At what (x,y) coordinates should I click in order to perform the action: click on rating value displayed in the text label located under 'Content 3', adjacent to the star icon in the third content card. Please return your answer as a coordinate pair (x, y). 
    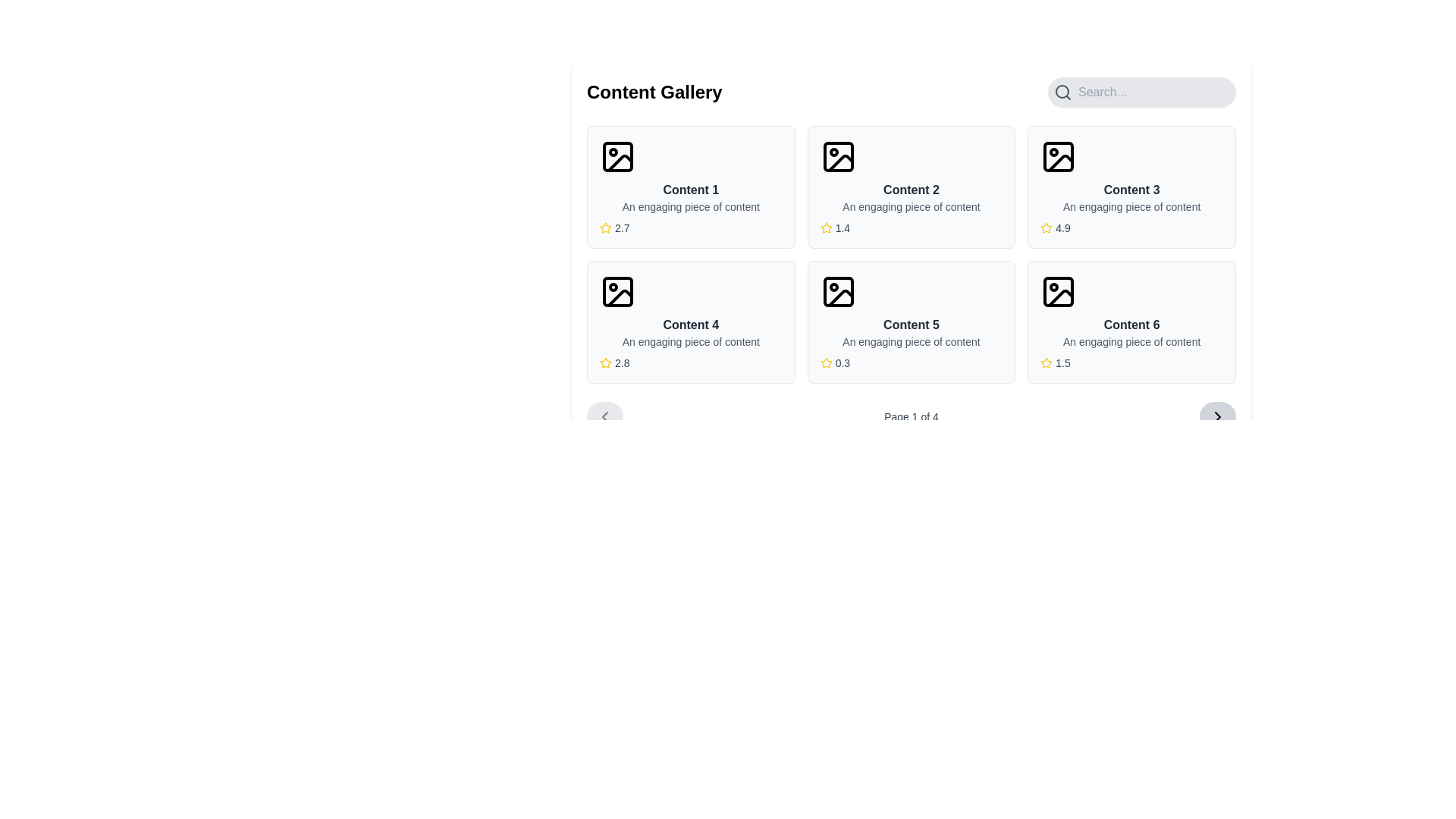
    Looking at the image, I should click on (1062, 227).